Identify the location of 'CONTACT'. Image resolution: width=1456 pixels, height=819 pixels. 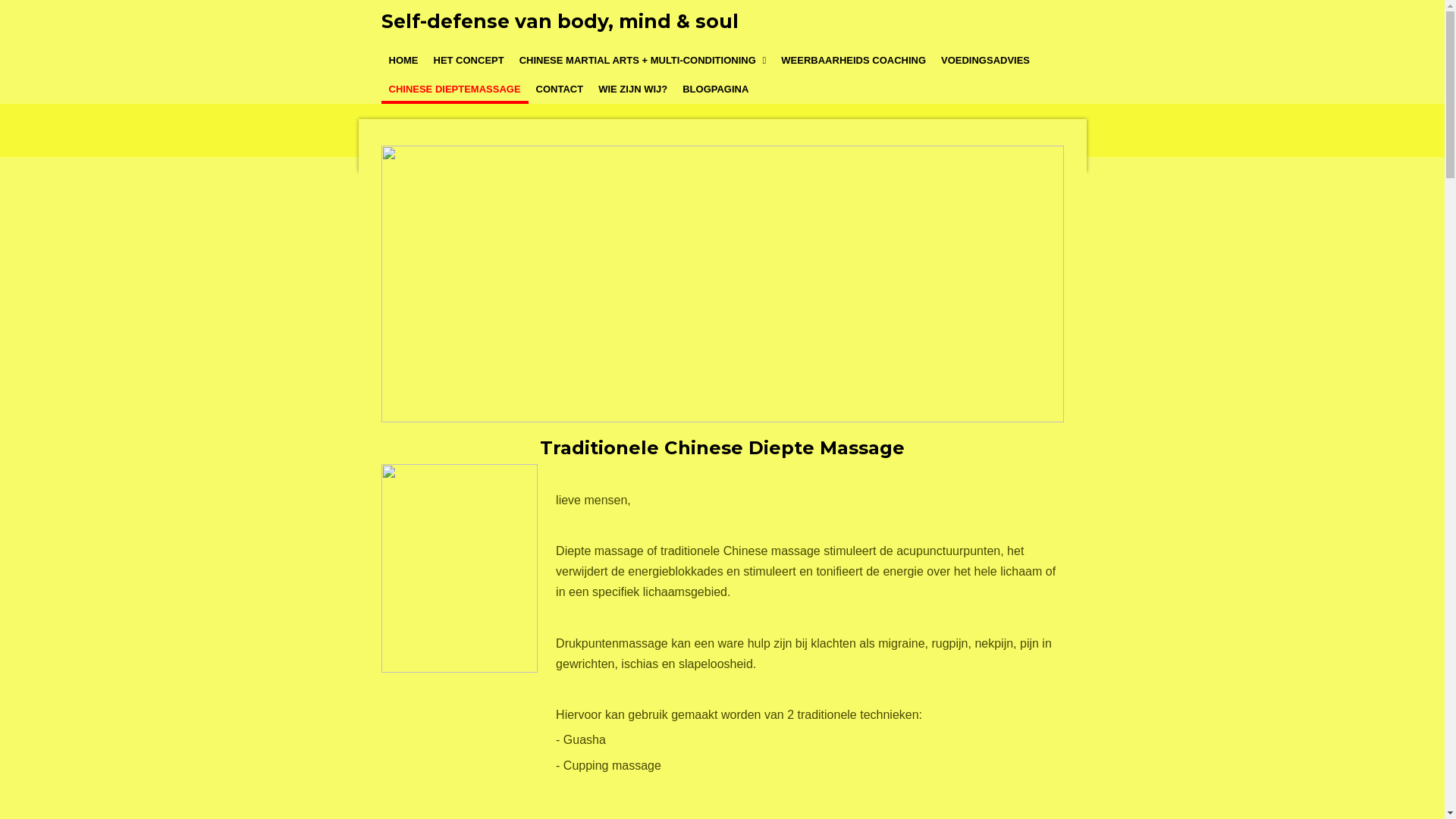
(528, 89).